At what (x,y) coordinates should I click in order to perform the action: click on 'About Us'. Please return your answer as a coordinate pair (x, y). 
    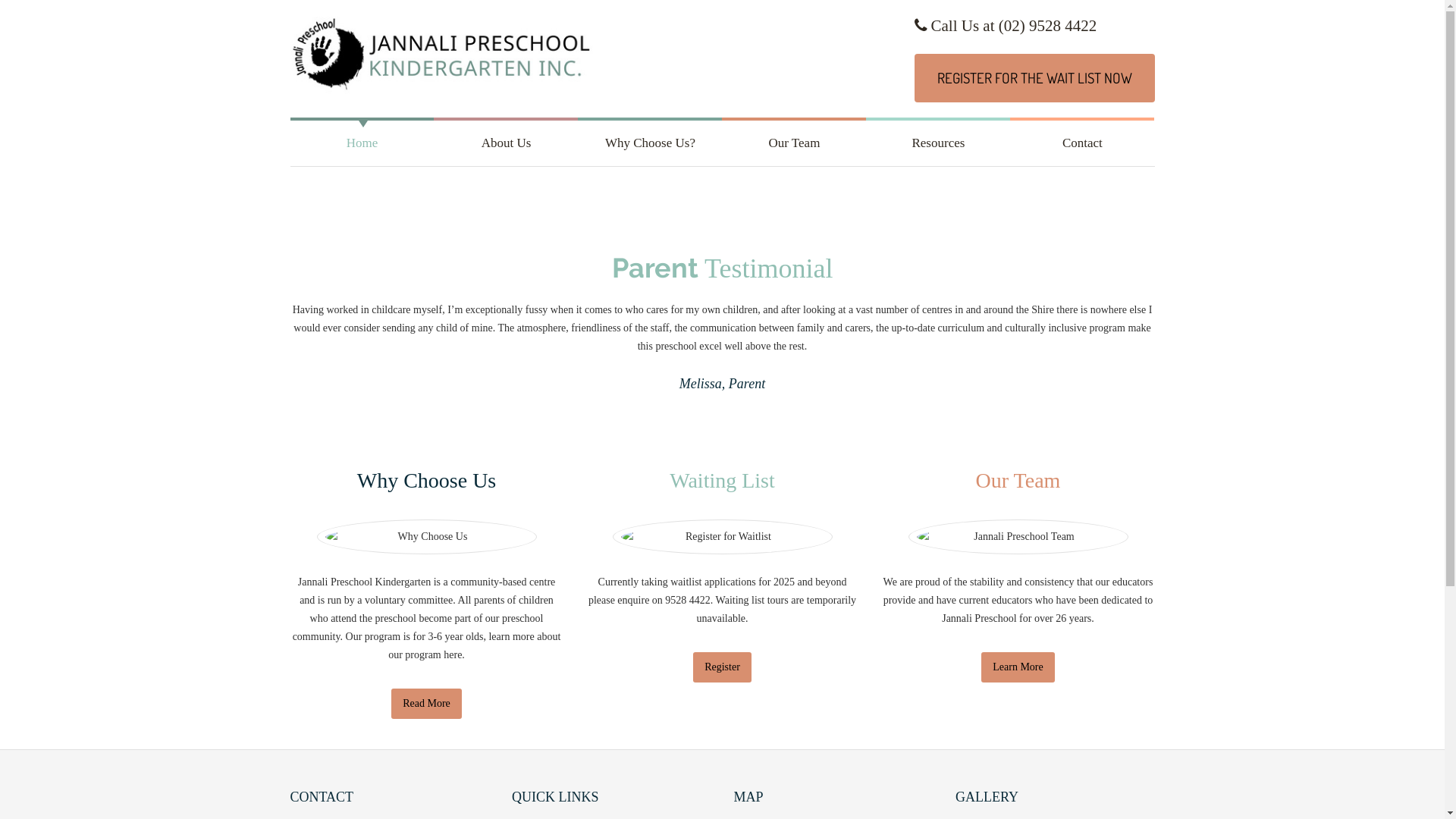
    Looking at the image, I should click on (506, 143).